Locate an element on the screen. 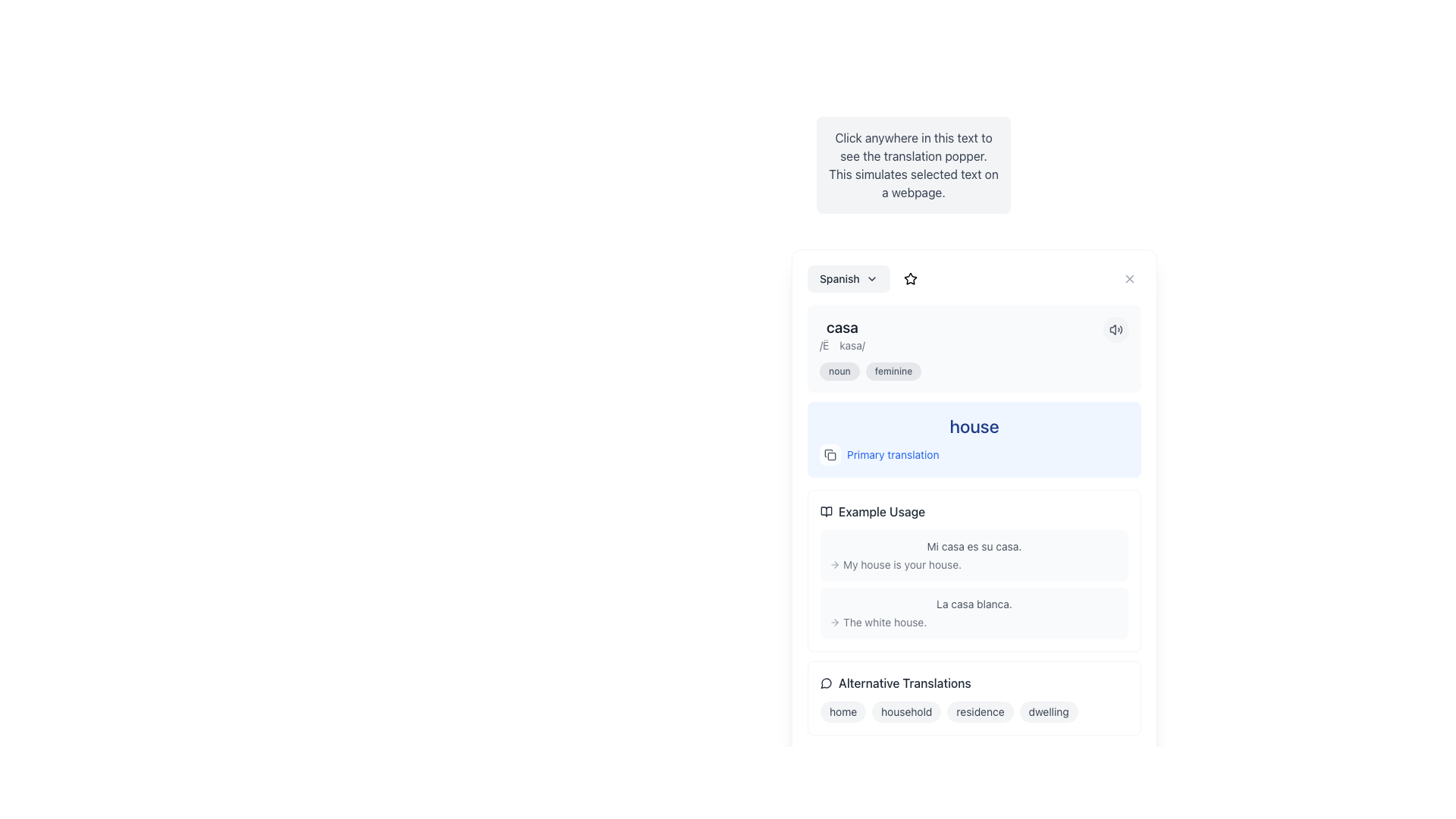 The width and height of the screenshot is (1456, 819). the small gray rightward arrow icon located before the text 'The white house' is located at coordinates (833, 623).